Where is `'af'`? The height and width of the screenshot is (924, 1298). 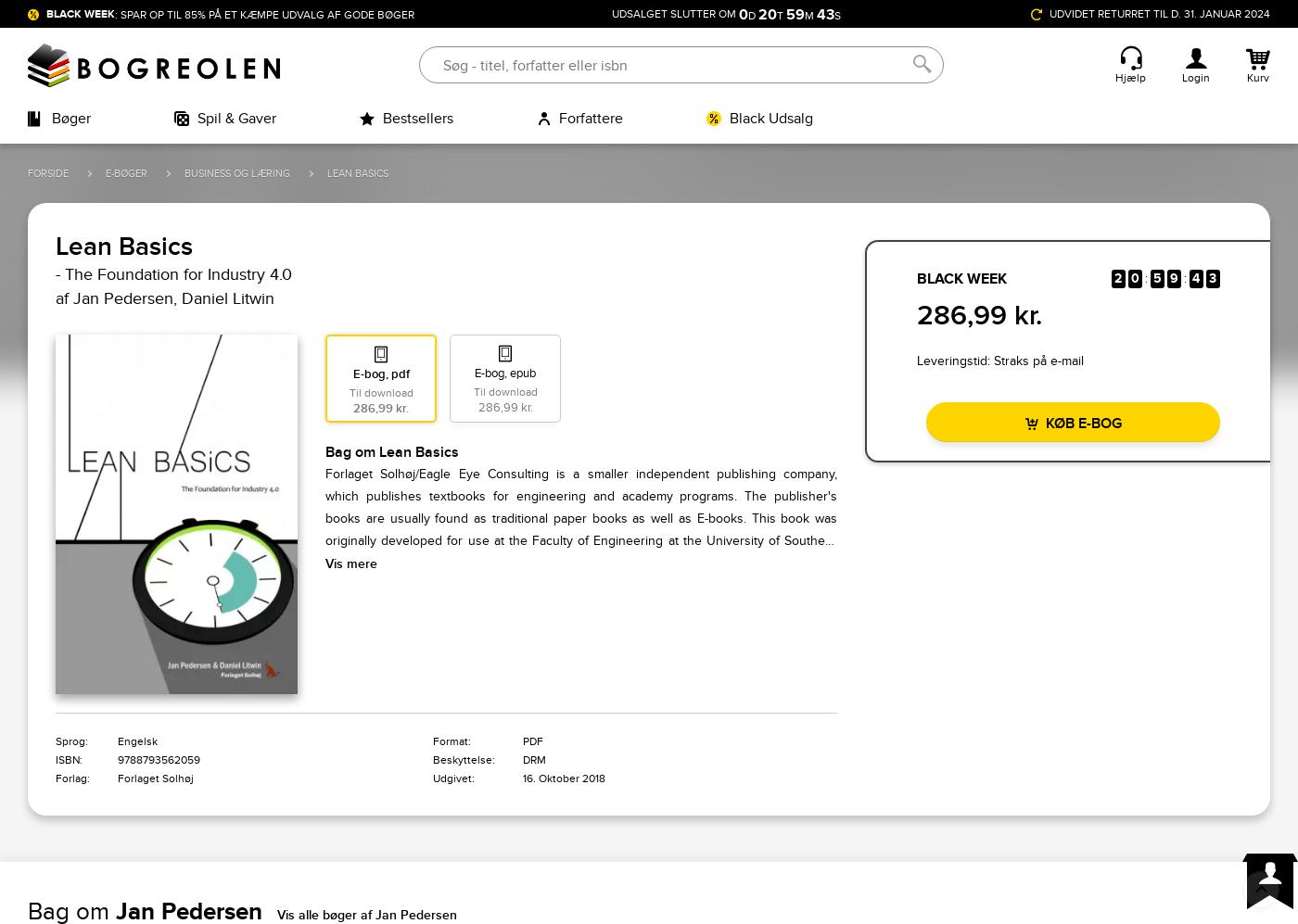
'af' is located at coordinates (56, 297).